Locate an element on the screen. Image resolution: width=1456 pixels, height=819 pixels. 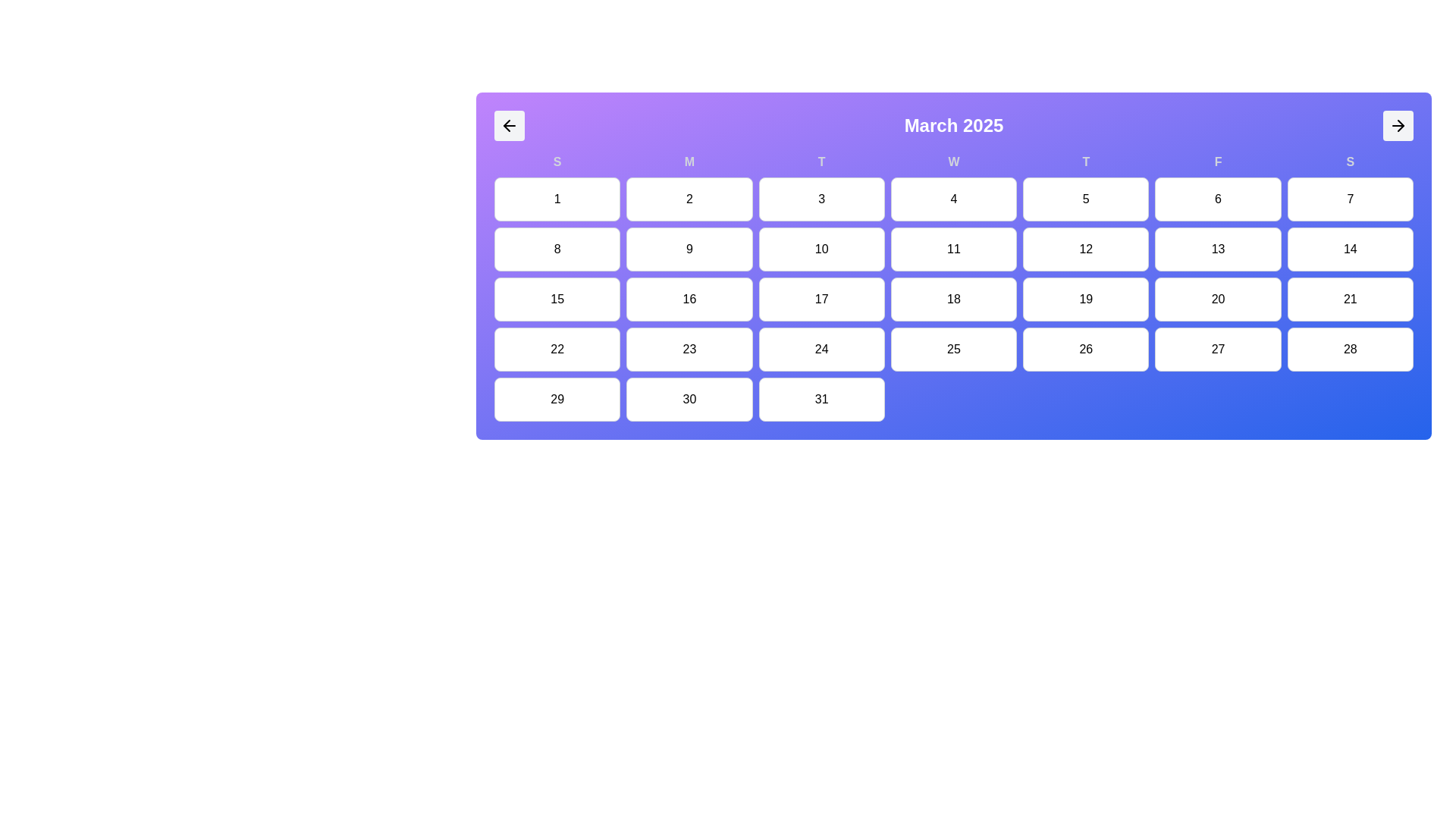
the 'Previous' navigation button located at the leftmost edge of the header section is located at coordinates (510, 124).